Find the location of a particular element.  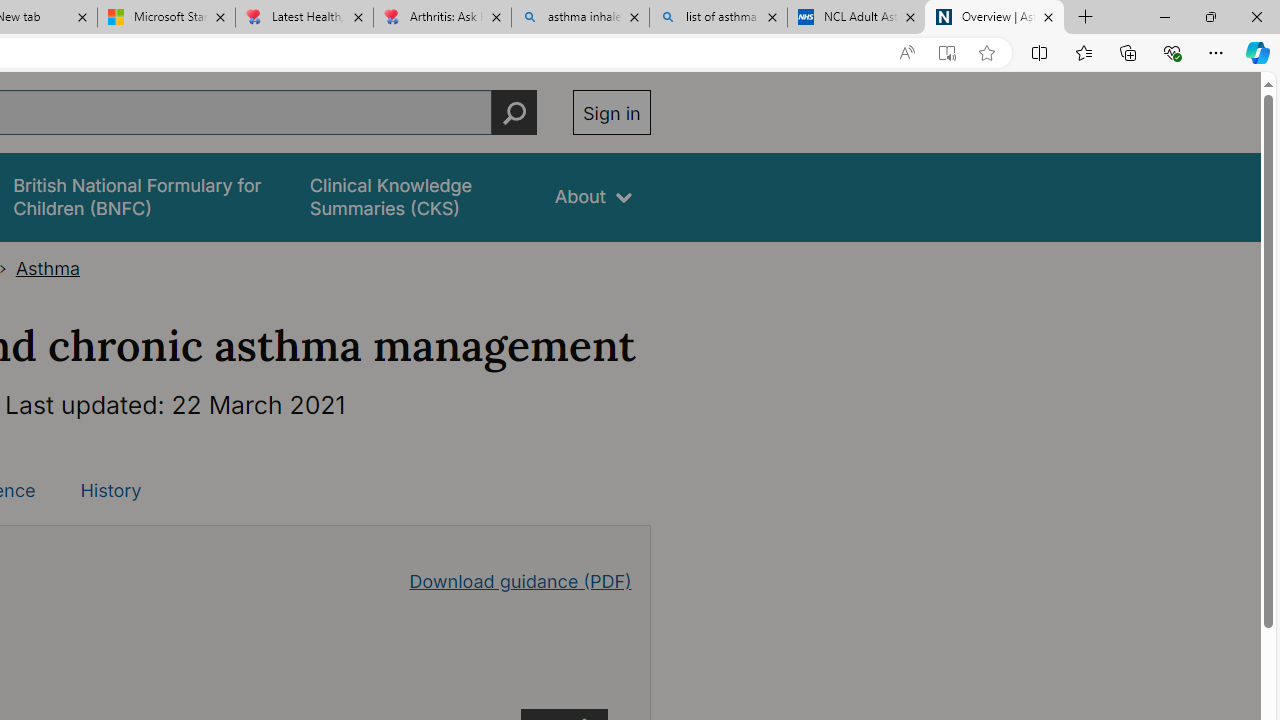

'Arthritis: Ask Health Professionals' is located at coordinates (441, 17).